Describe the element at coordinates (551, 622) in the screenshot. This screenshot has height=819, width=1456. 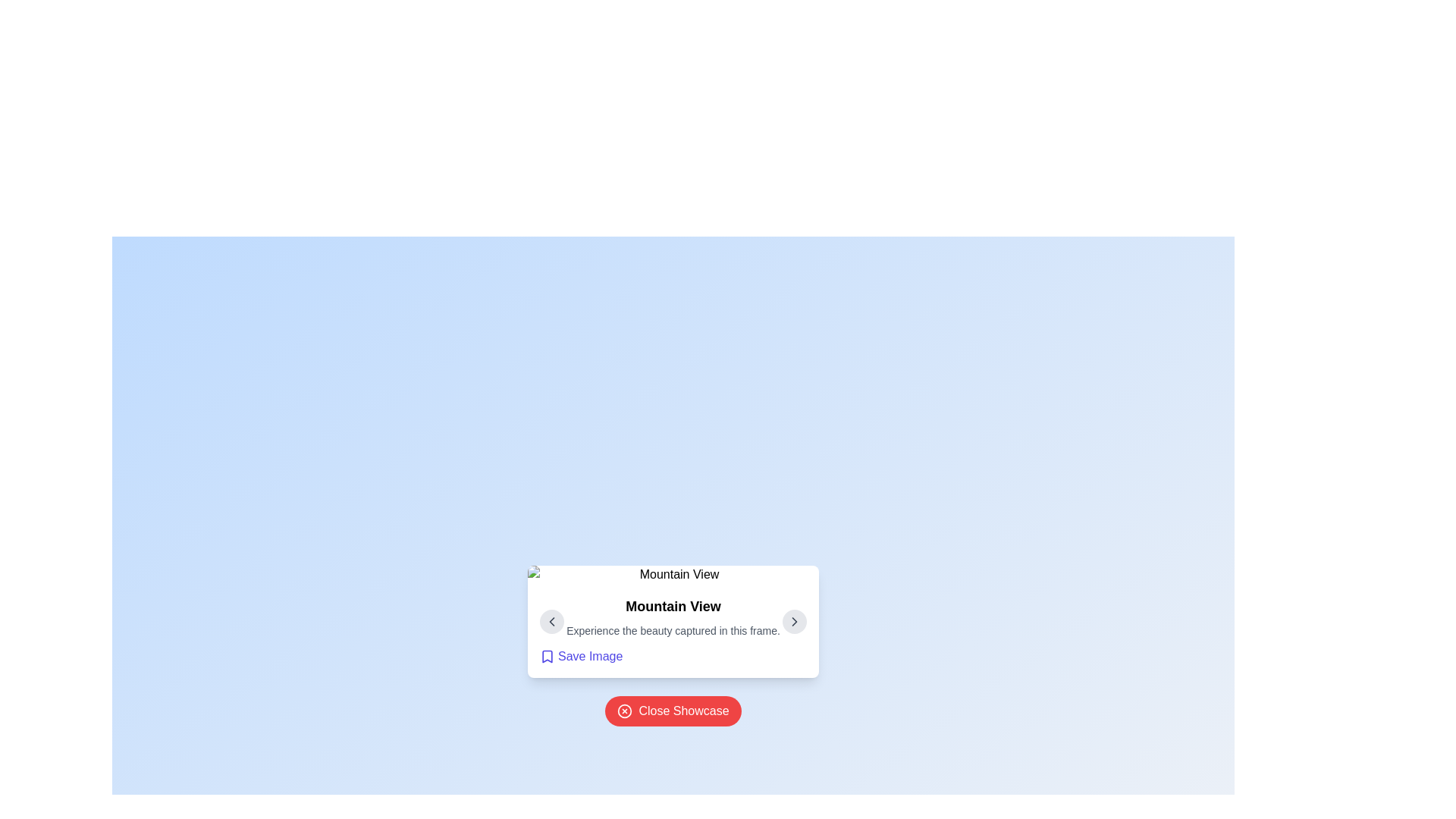
I see `the left-pointing chevron icon` at that location.